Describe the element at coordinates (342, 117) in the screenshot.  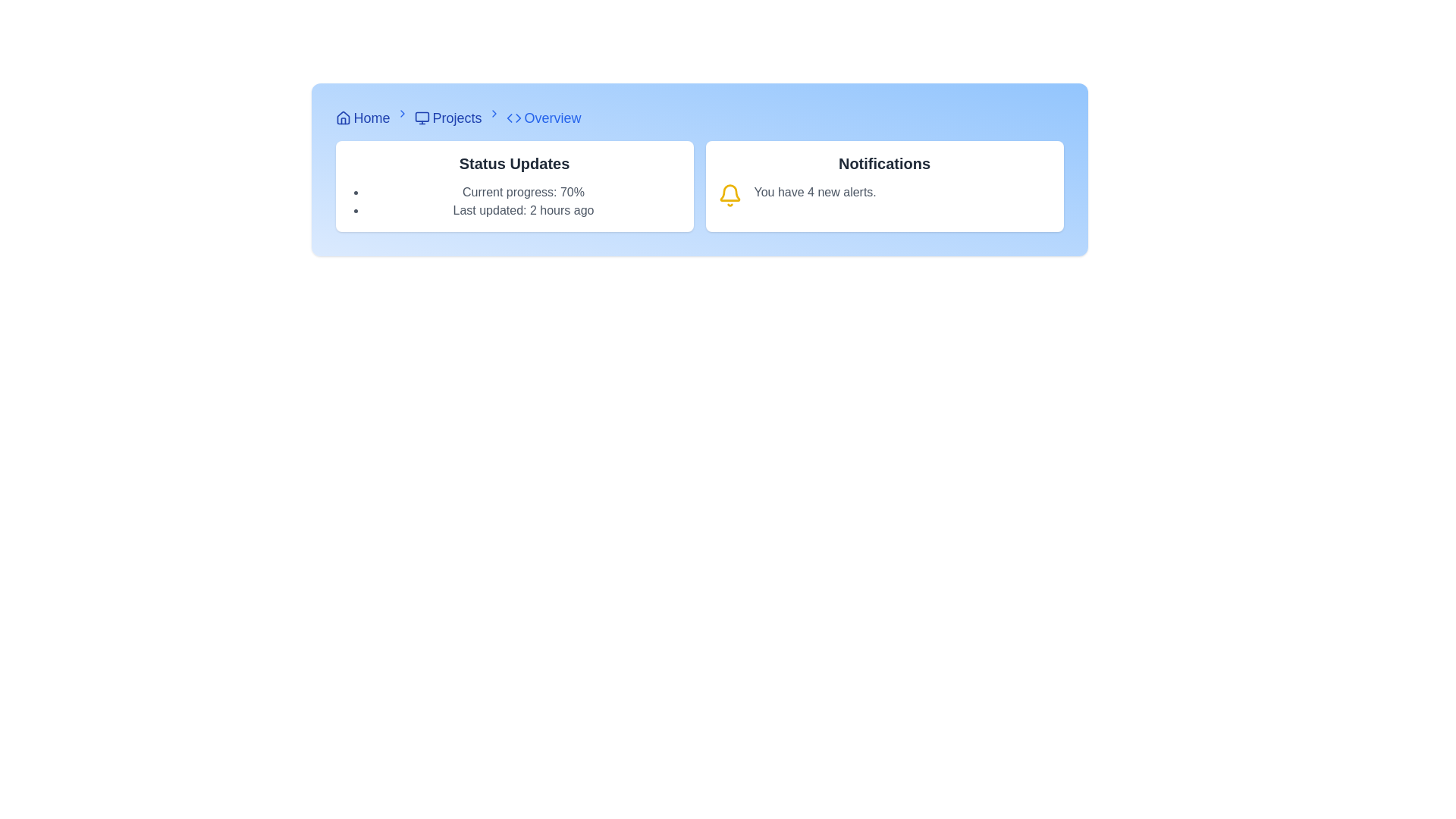
I see `the main roof part of the house icon in the breadcrumb navigation bar labeled 'Home'` at that location.